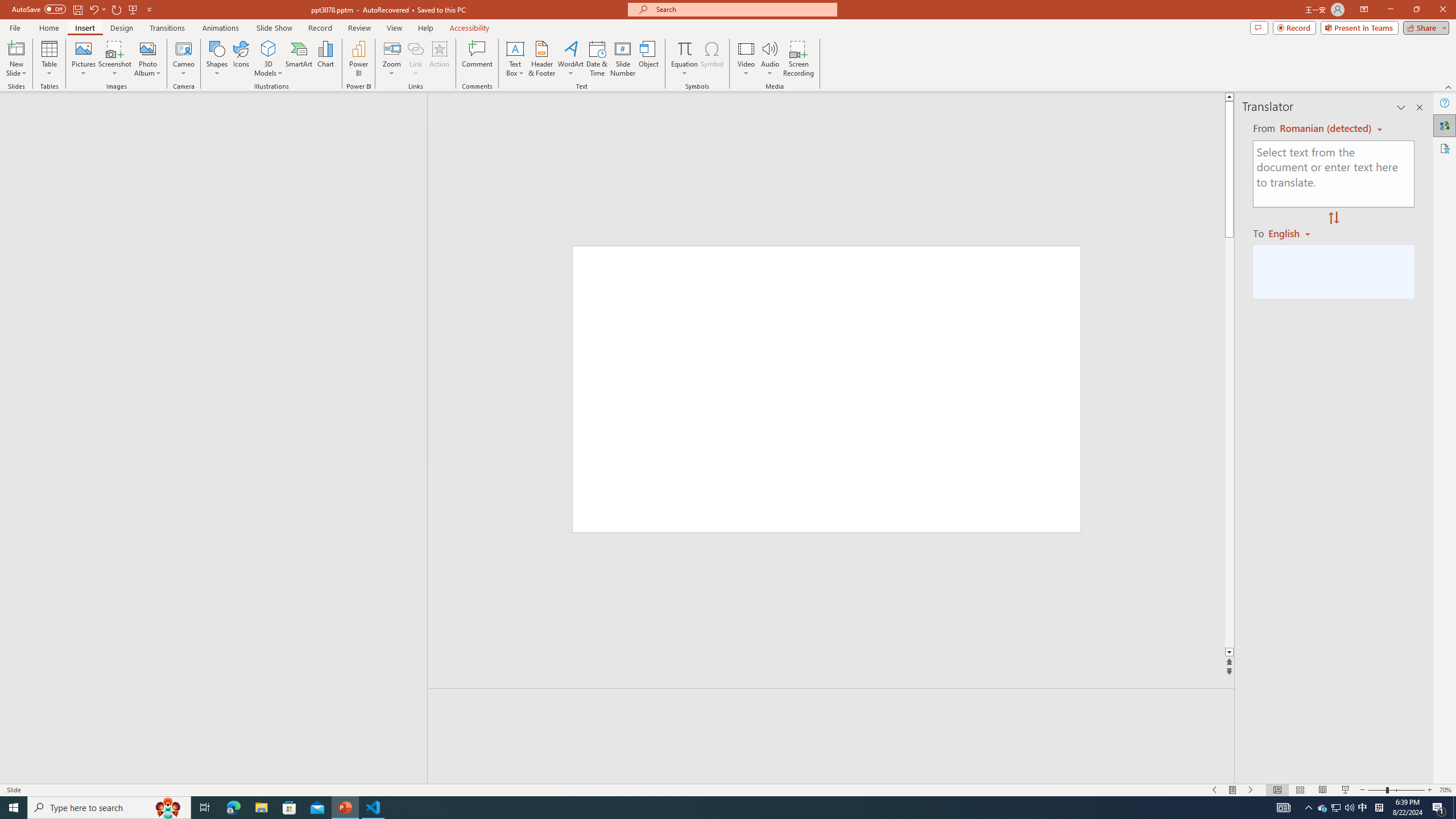  What do you see at coordinates (649, 59) in the screenshot?
I see `'Object...'` at bounding box center [649, 59].